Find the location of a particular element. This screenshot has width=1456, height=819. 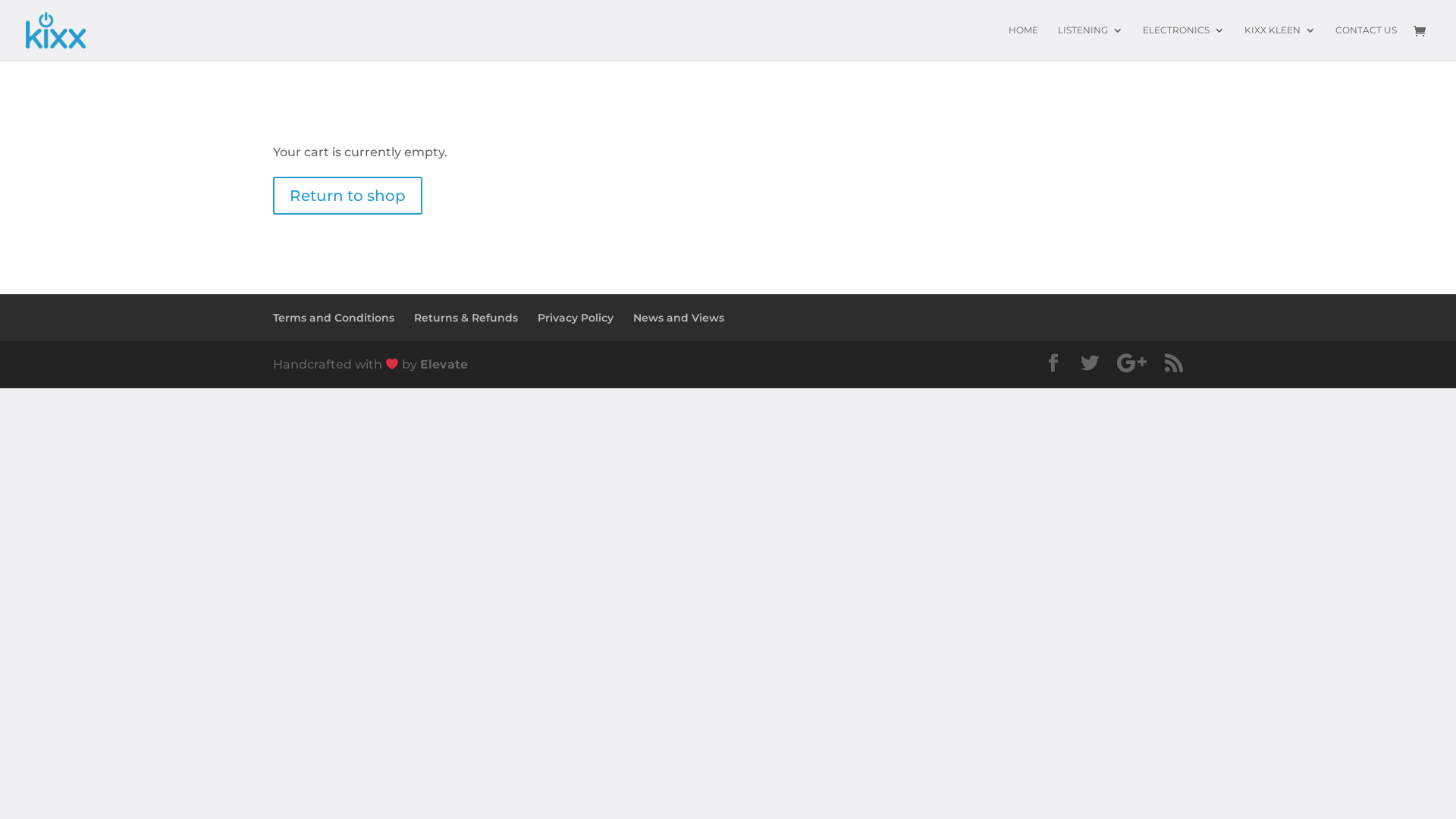

'Privacy Policy' is located at coordinates (574, 317).